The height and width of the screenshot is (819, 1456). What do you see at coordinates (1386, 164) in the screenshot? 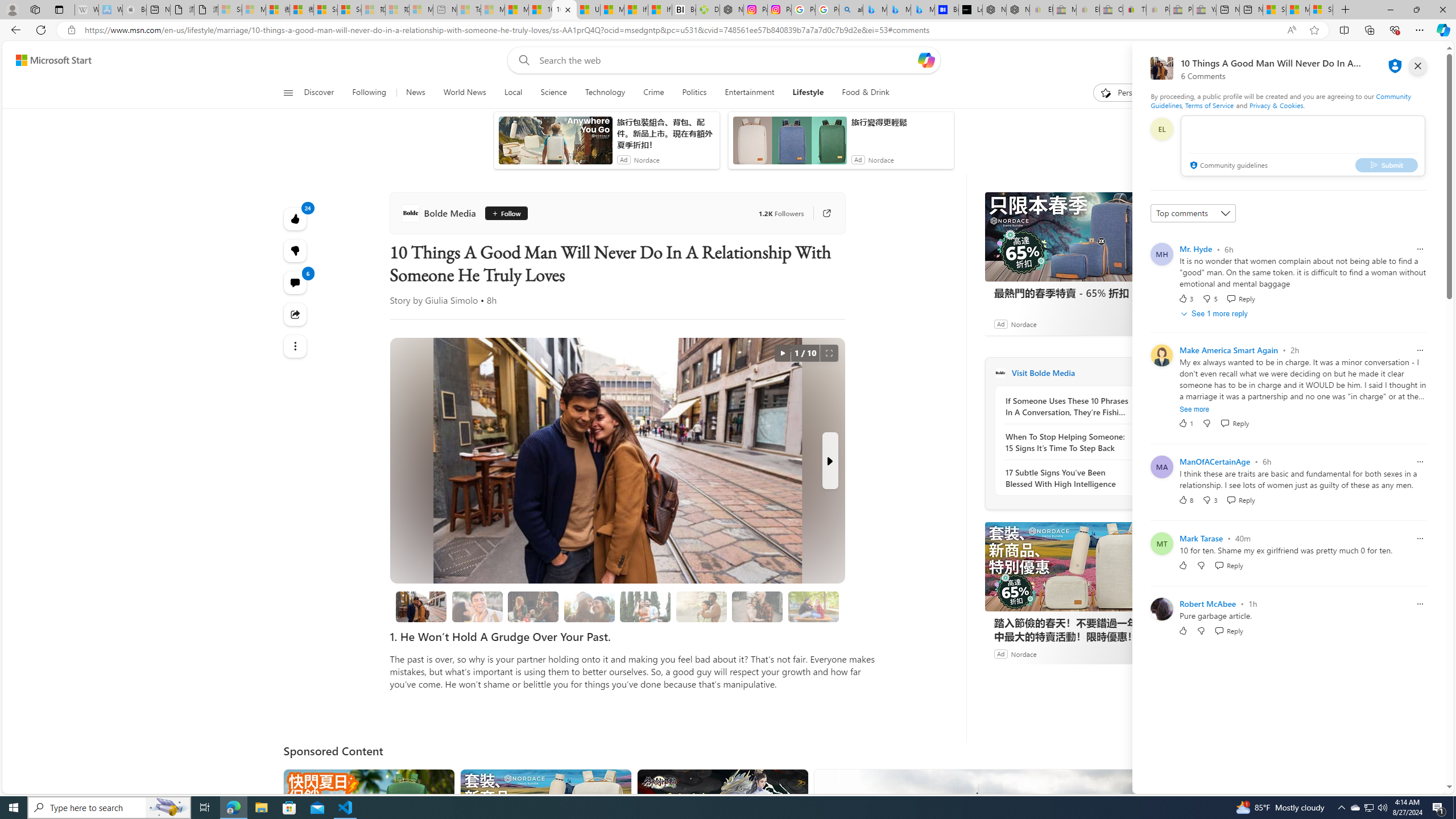
I see `'Submit'` at bounding box center [1386, 164].